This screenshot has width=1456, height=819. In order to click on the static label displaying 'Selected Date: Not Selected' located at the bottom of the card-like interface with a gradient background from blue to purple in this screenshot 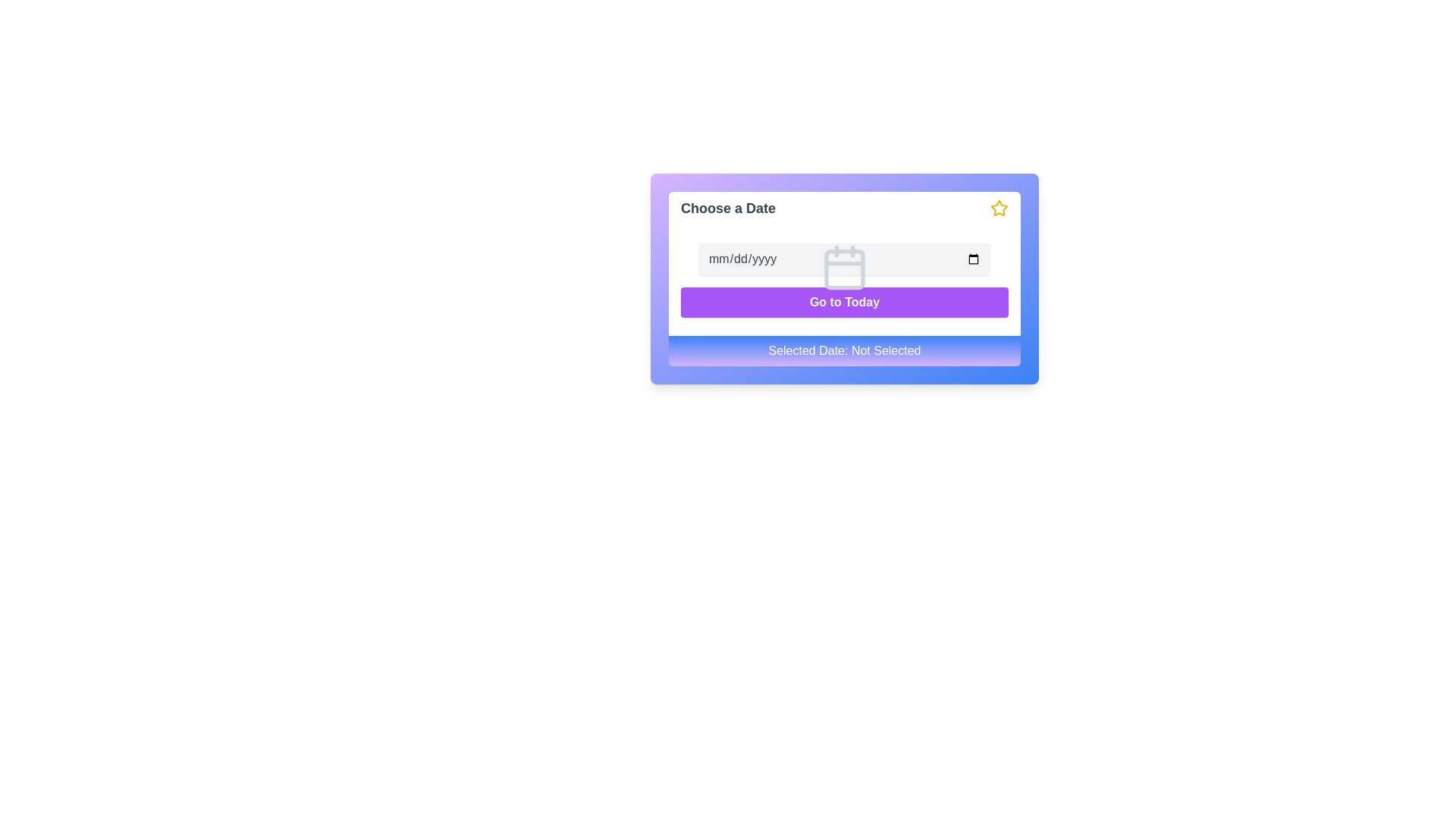, I will do `click(843, 350)`.